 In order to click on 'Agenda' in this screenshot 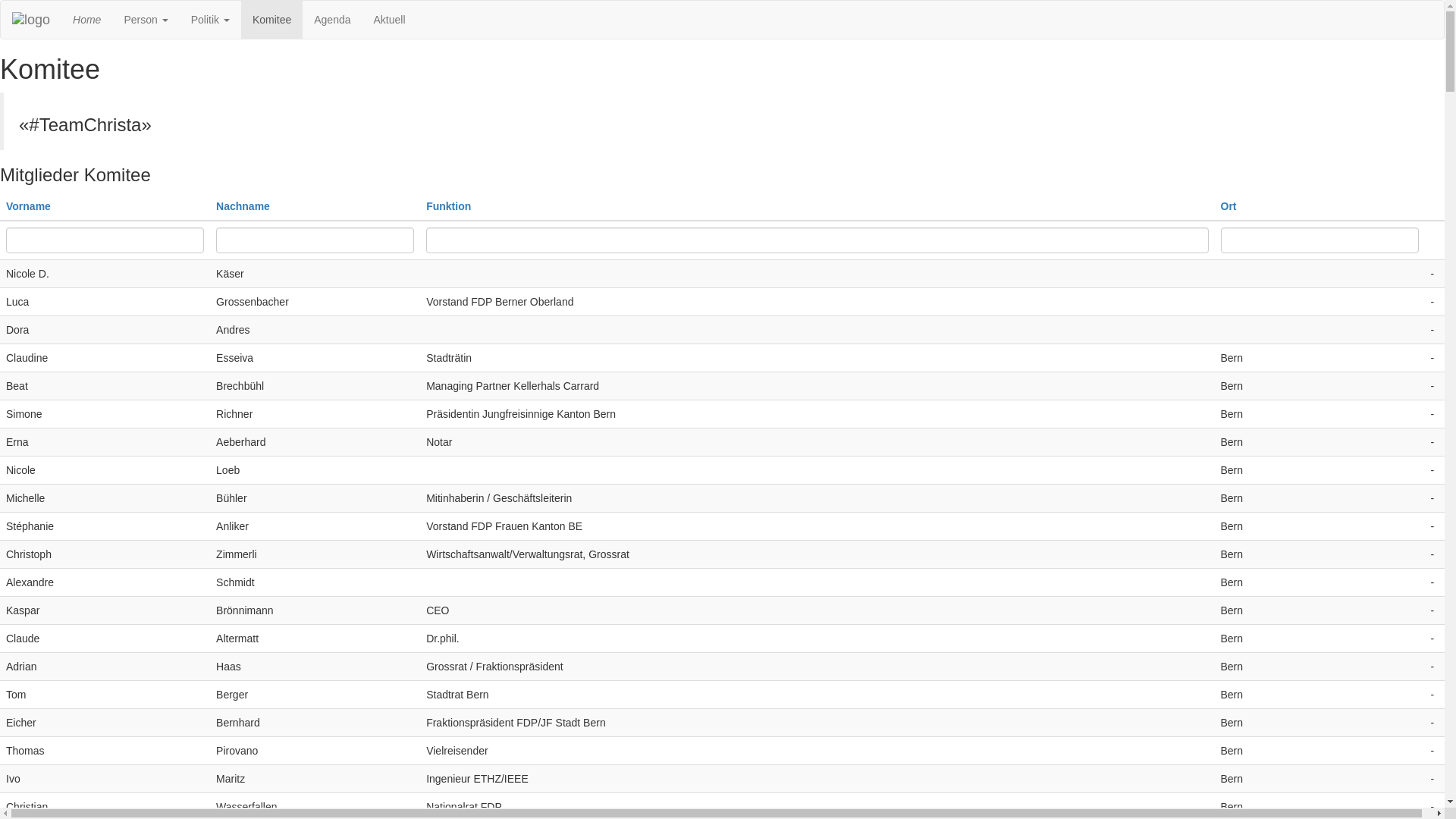, I will do `click(331, 20)`.